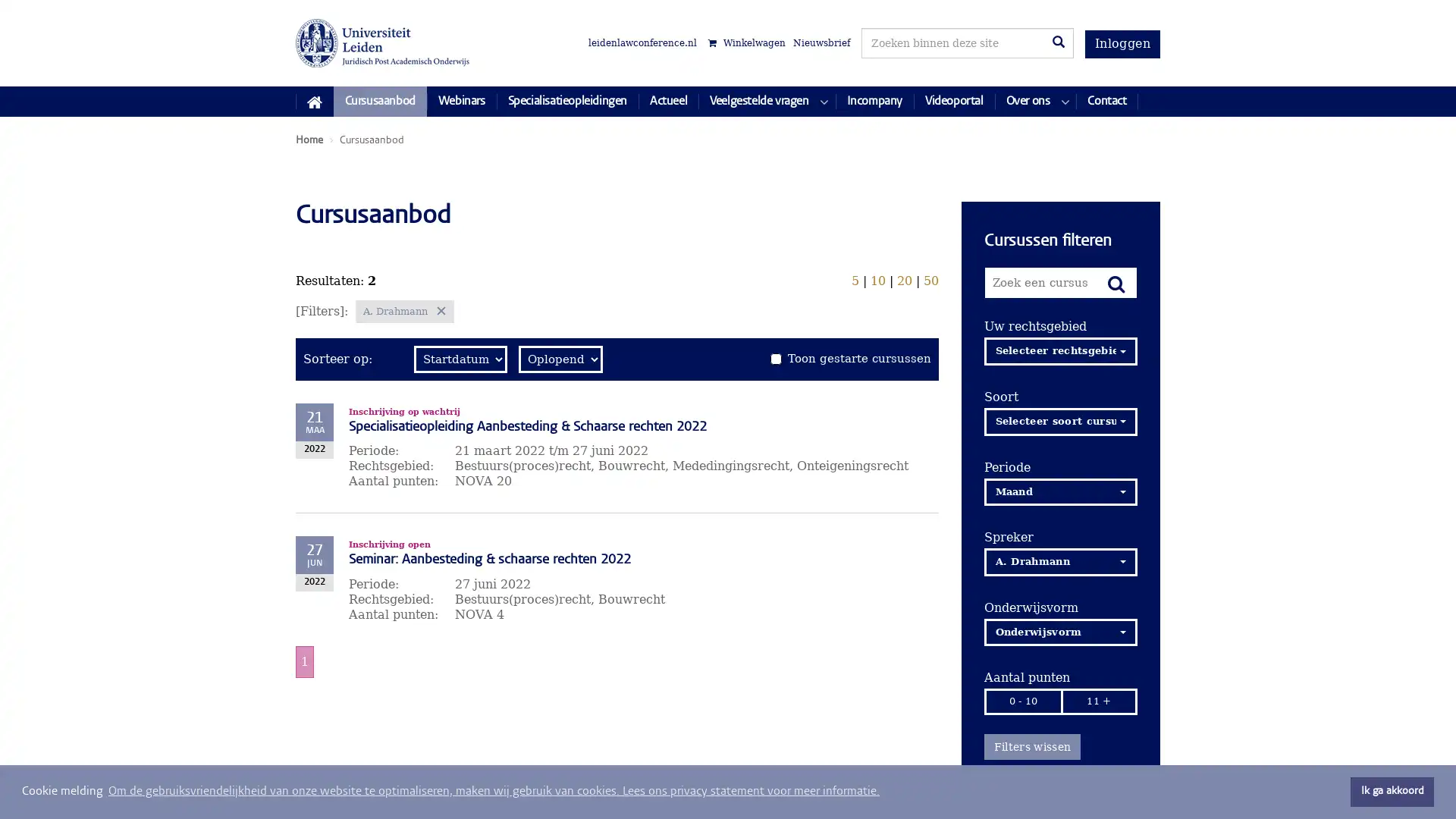 The height and width of the screenshot is (819, 1456). Describe the element at coordinates (1059, 561) in the screenshot. I see `A. Drahmann` at that location.